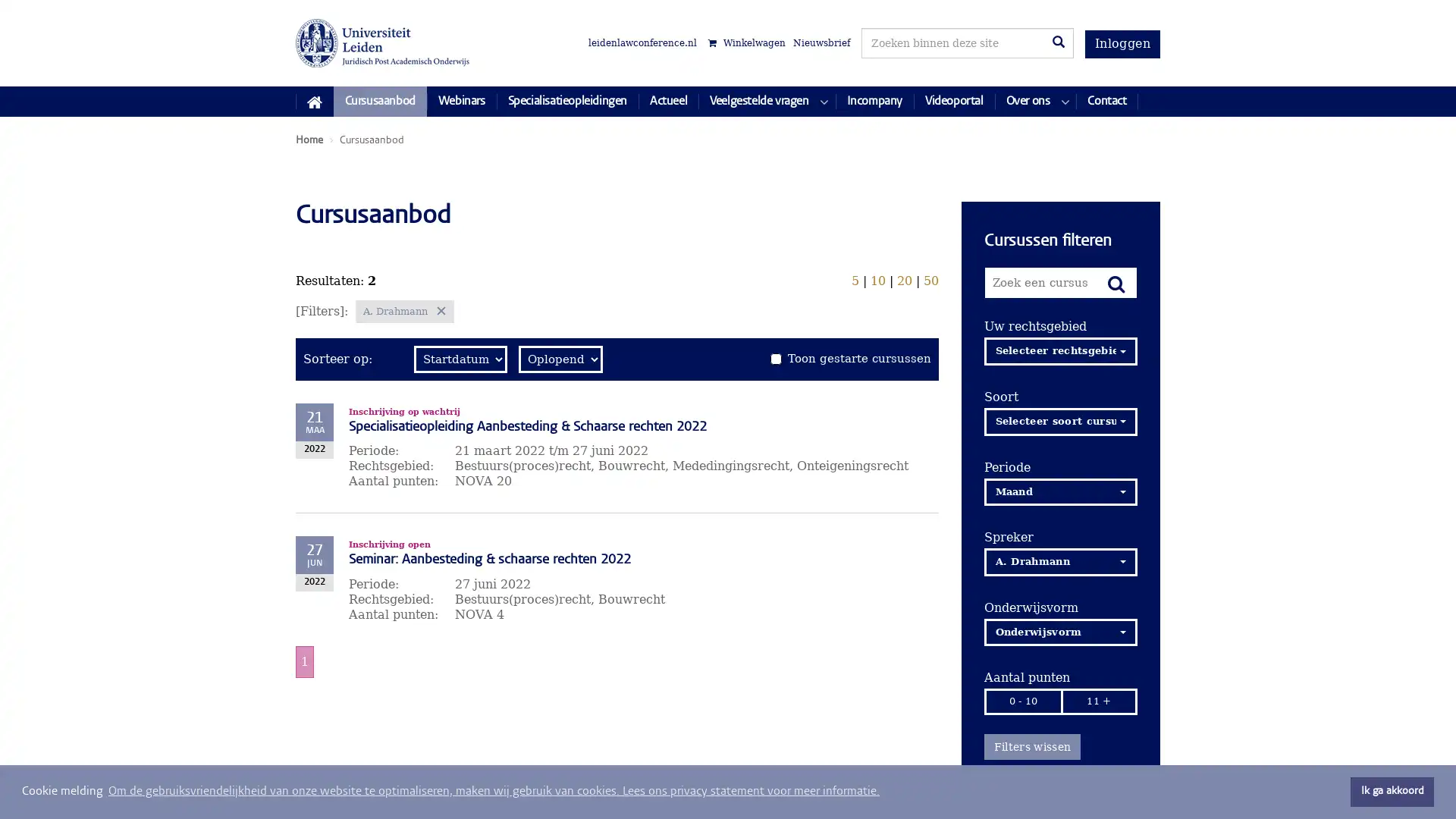 The height and width of the screenshot is (819, 1456). Describe the element at coordinates (1059, 561) in the screenshot. I see `A. Drahmann` at that location.